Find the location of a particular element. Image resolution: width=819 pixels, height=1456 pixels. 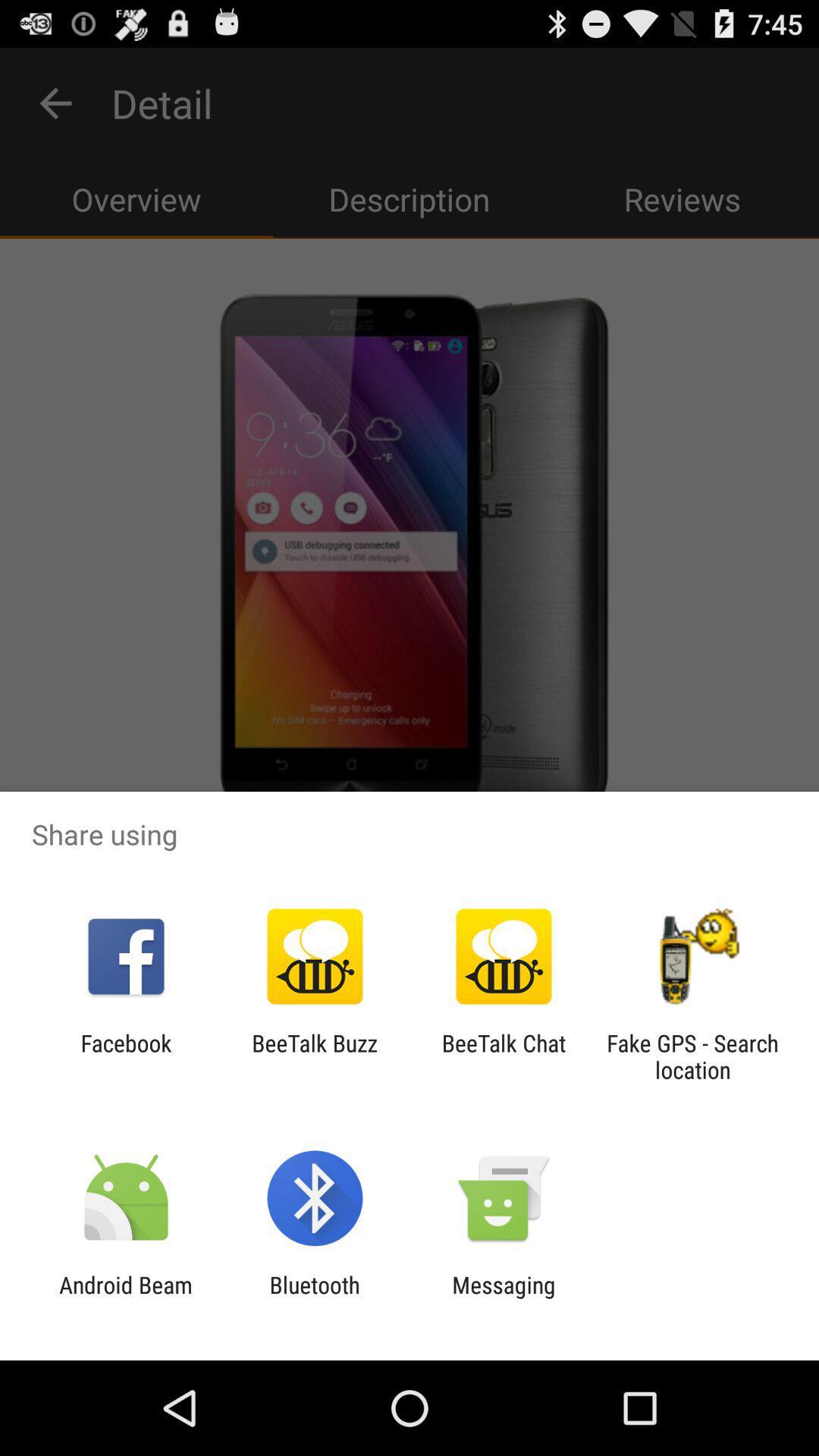

facebook icon is located at coordinates (125, 1056).